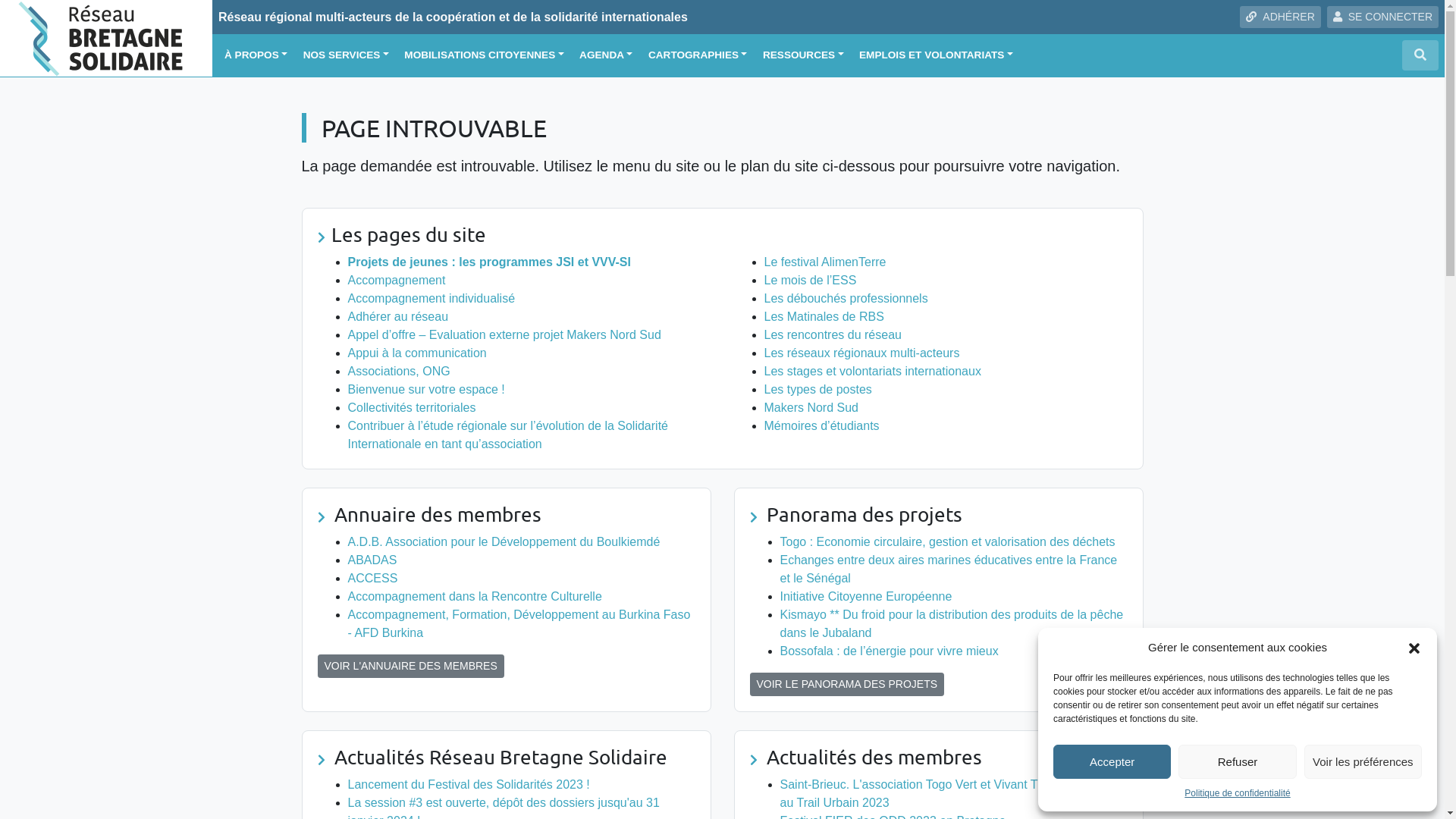 Image resolution: width=1456 pixels, height=819 pixels. I want to click on 'Accompagnement dans la Rencontre Culturelle', so click(473, 595).